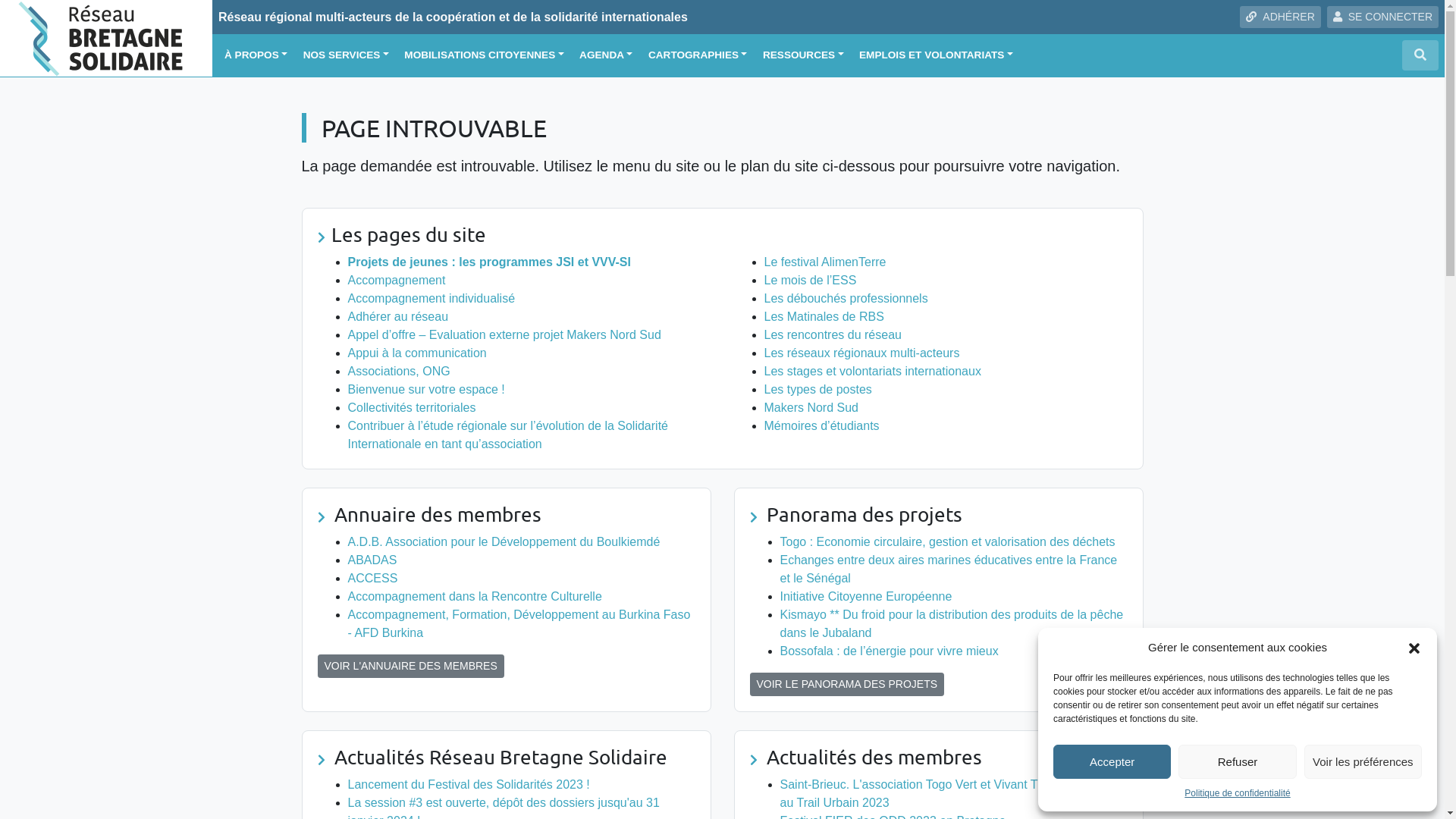 Image resolution: width=1456 pixels, height=819 pixels. I want to click on 'Accompagnement dans la Rencontre Culturelle', so click(473, 595).